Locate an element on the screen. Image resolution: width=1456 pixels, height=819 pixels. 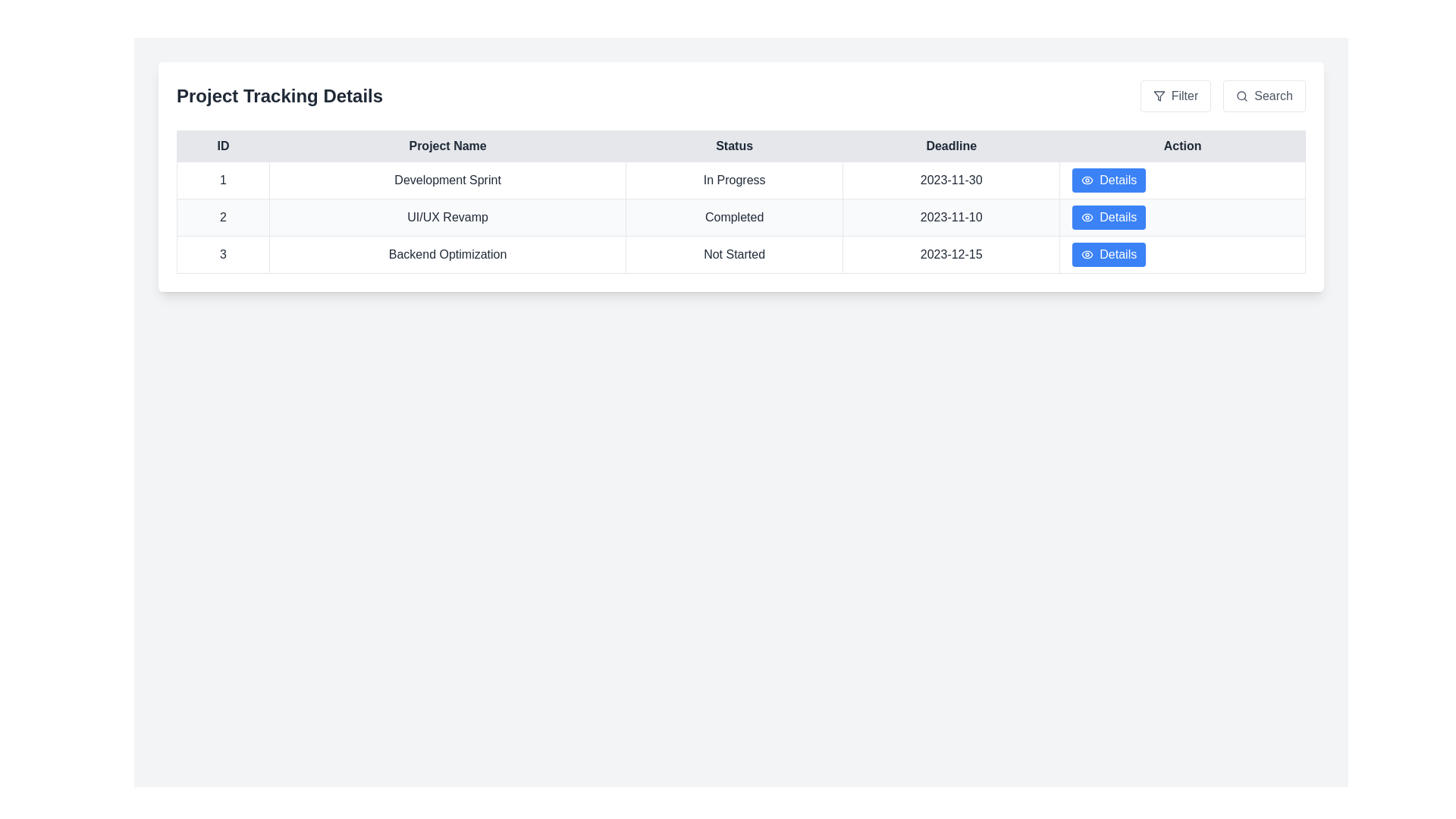
the text display showing '2023-11-10', which is located in the fourth column (Deadline) of the second row (UI/UX Revamp) in the grid structure is located at coordinates (950, 217).